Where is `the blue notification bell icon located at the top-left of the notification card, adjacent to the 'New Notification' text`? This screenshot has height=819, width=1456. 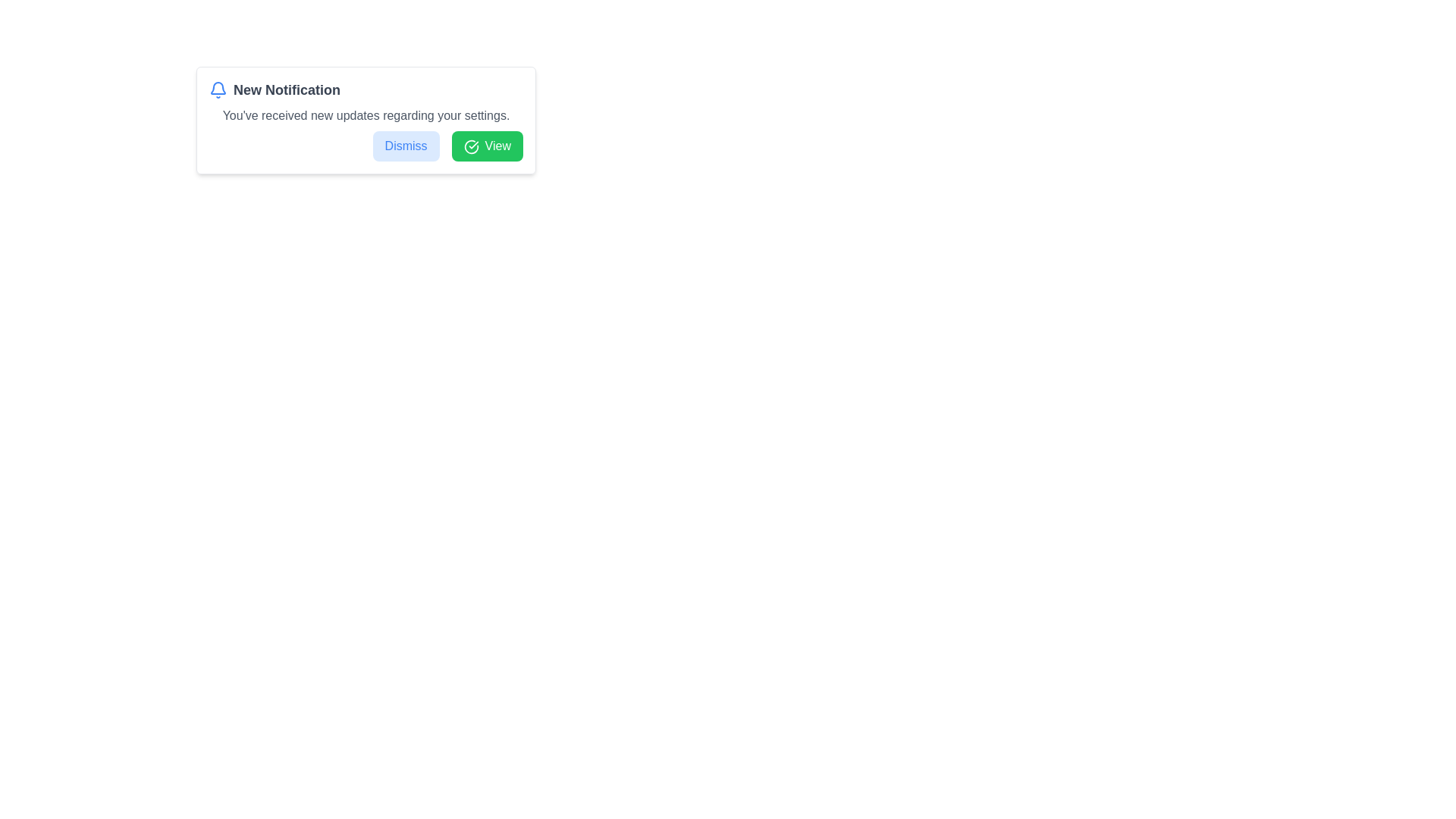
the blue notification bell icon located at the top-left of the notification card, adjacent to the 'New Notification' text is located at coordinates (218, 90).